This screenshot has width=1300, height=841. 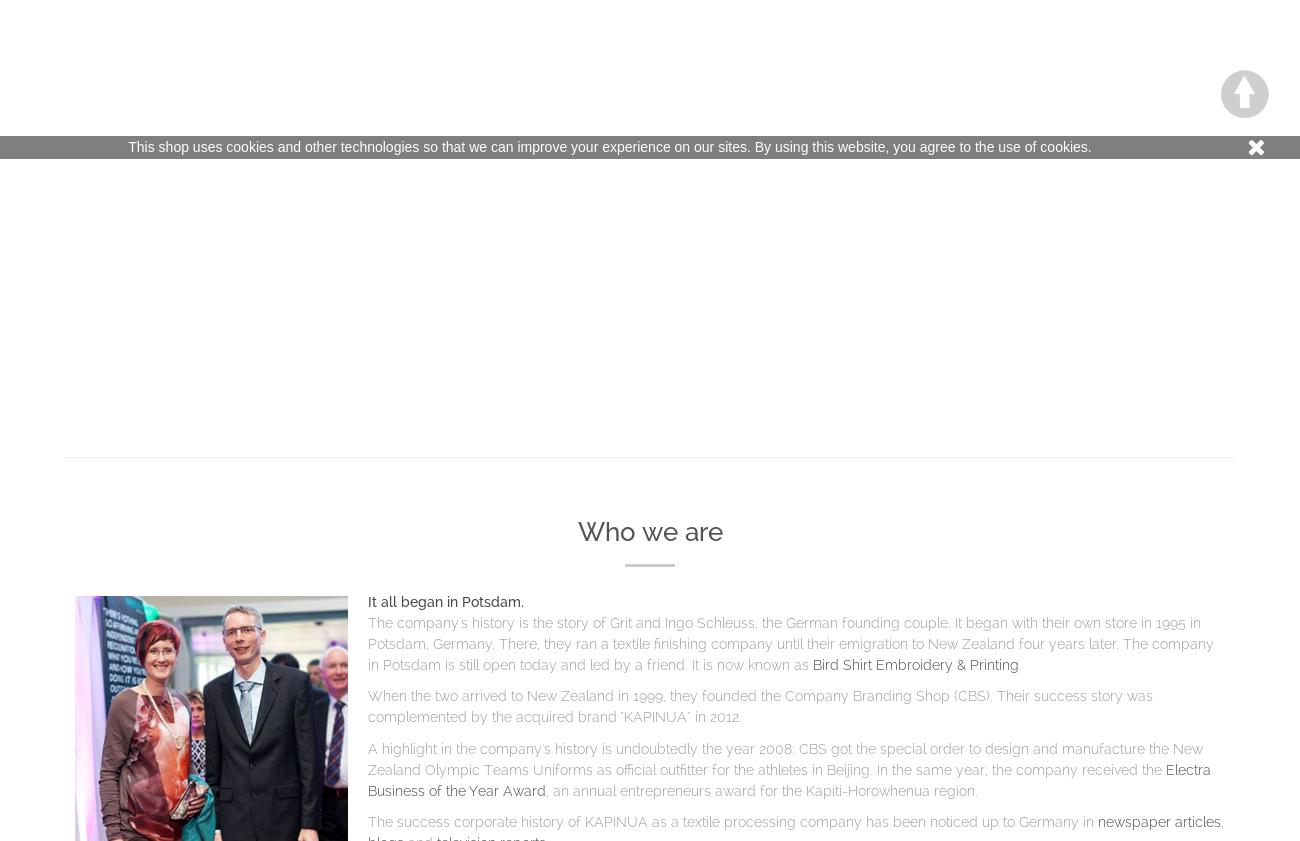 I want to click on 'in 2012.', so click(x=717, y=717).